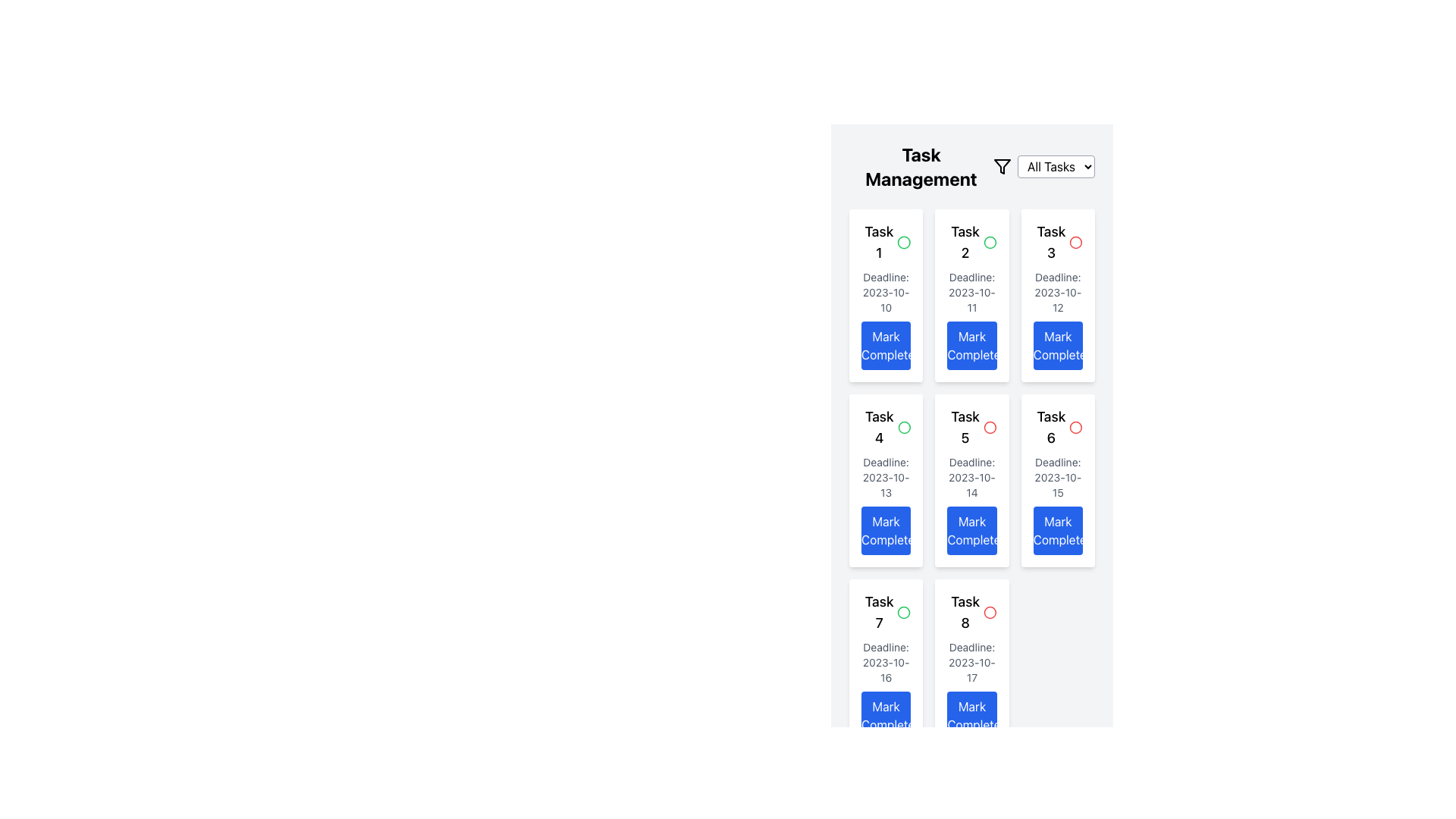  Describe the element at coordinates (964, 242) in the screenshot. I see `the text label displaying the title or identifier of a task, located at the top of the card in the second column of the first row of the task grid layout` at that location.